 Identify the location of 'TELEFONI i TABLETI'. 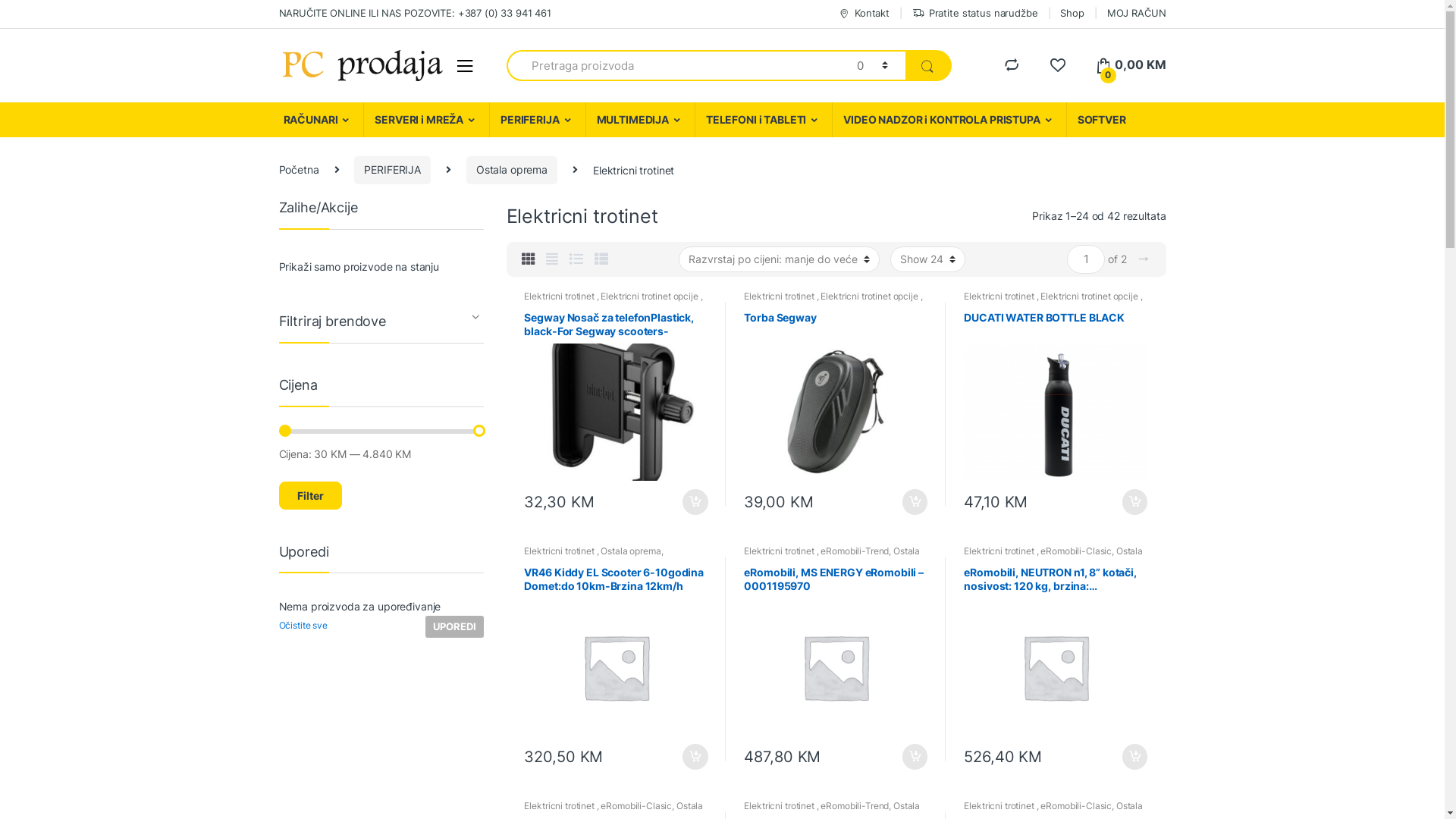
(763, 119).